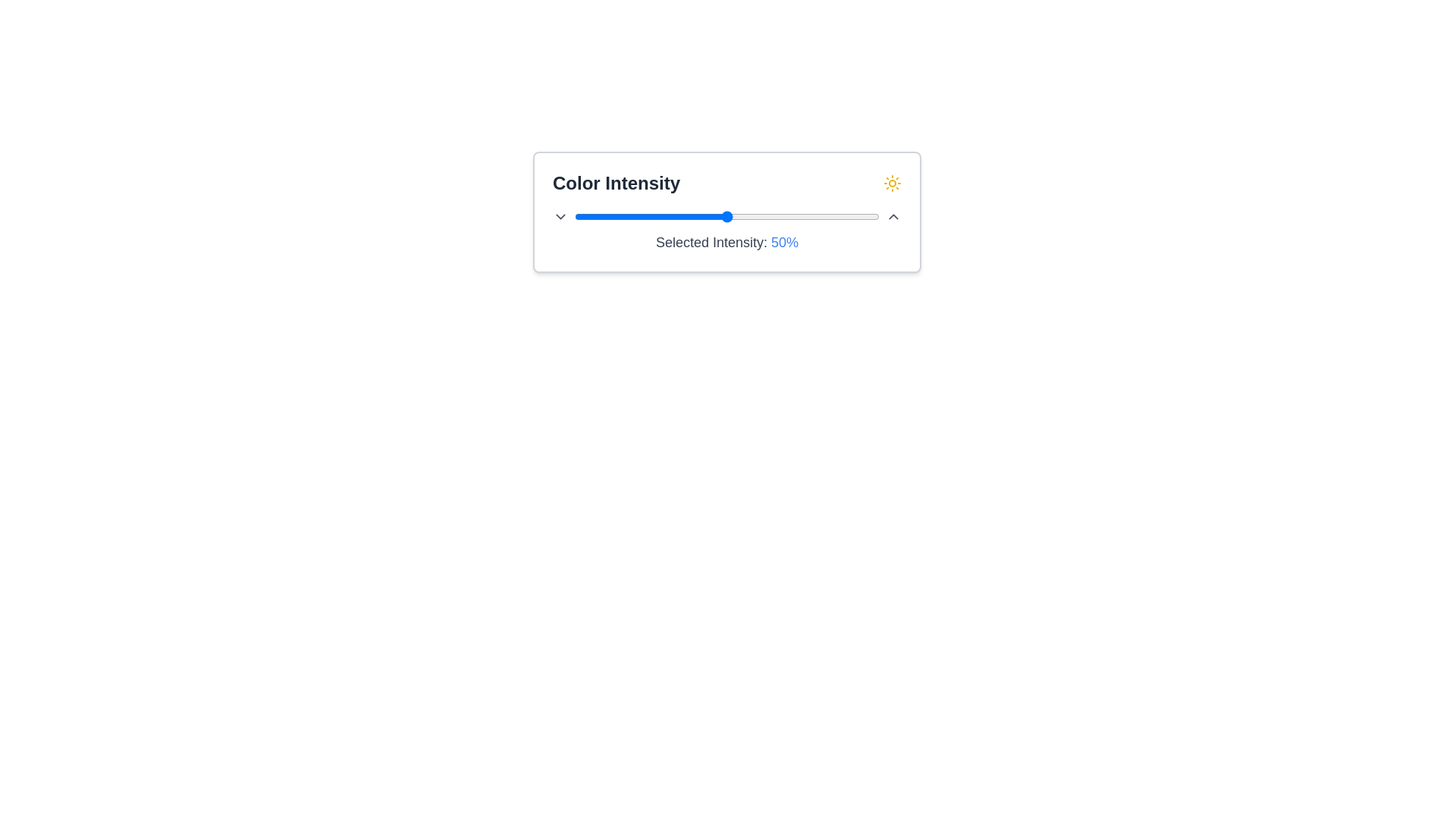 The image size is (1456, 819). Describe the element at coordinates (726, 216) in the screenshot. I see `the knob of the horizontal slider in the 'Color Intensity' panel` at that location.